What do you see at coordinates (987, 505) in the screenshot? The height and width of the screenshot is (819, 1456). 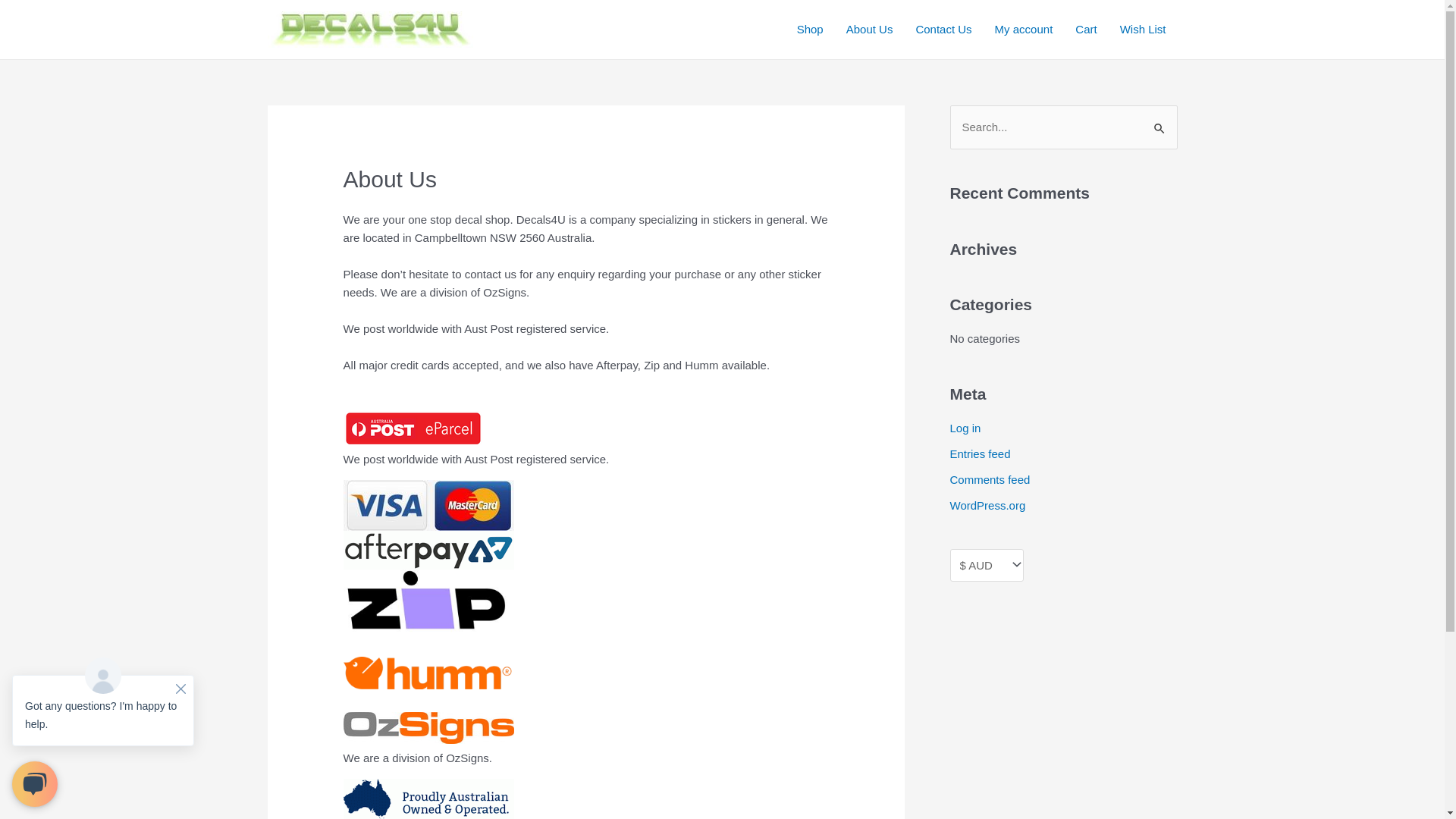 I see `'WordPress.org'` at bounding box center [987, 505].